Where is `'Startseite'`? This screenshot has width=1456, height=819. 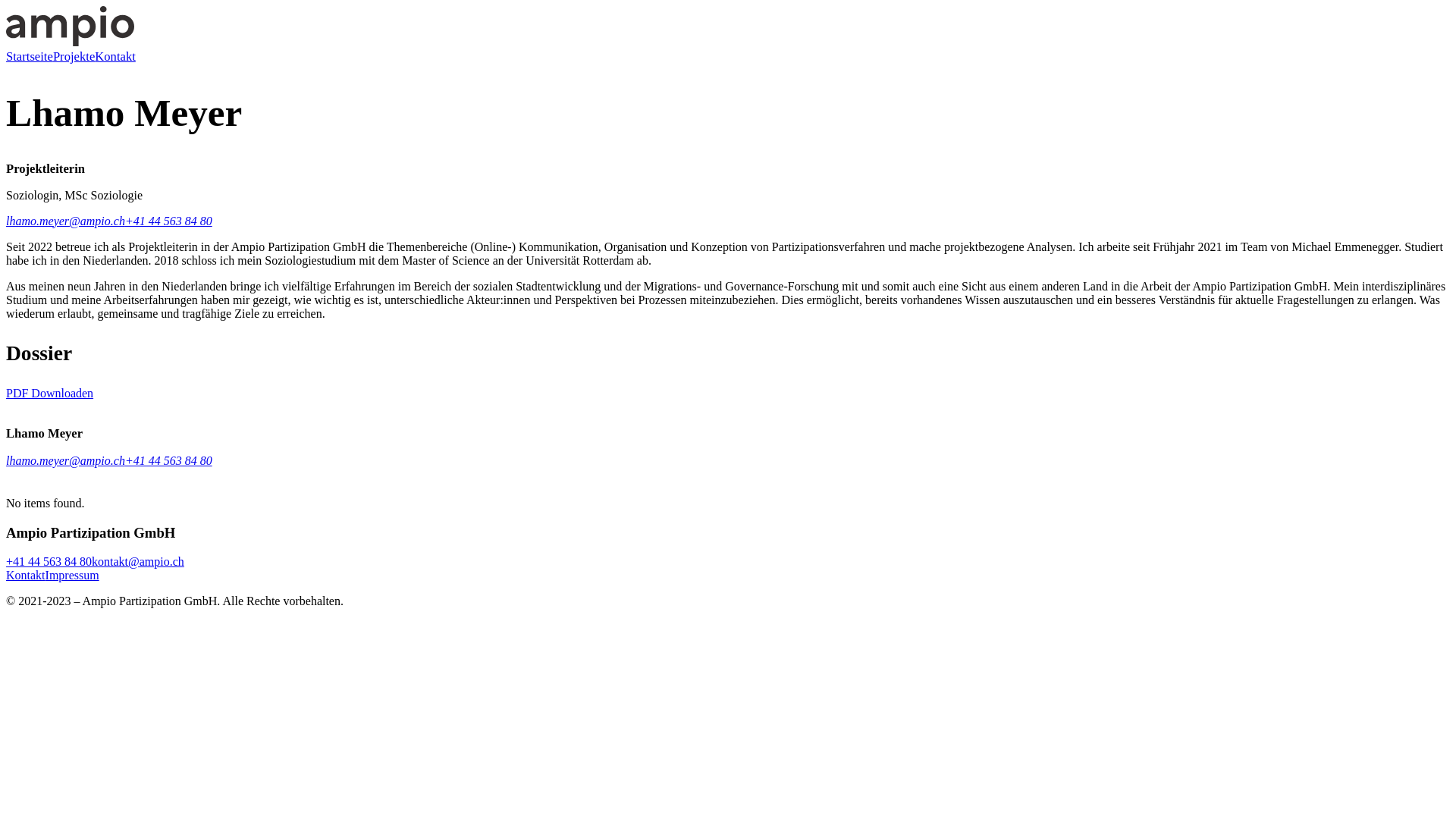 'Startseite' is located at coordinates (6, 55).